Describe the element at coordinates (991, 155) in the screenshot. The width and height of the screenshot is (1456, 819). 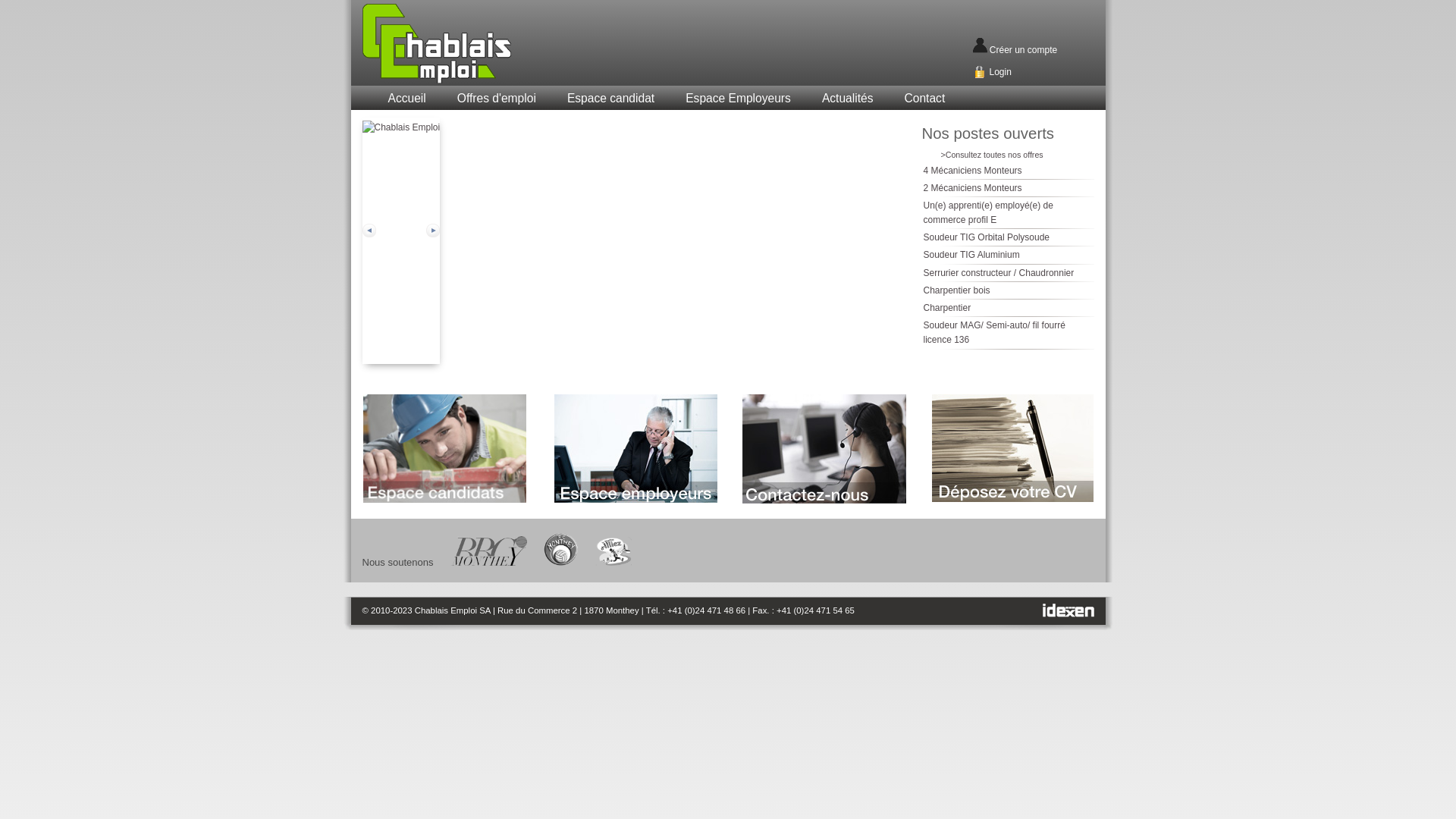
I see `'>Consultez toutes nos offres'` at that location.